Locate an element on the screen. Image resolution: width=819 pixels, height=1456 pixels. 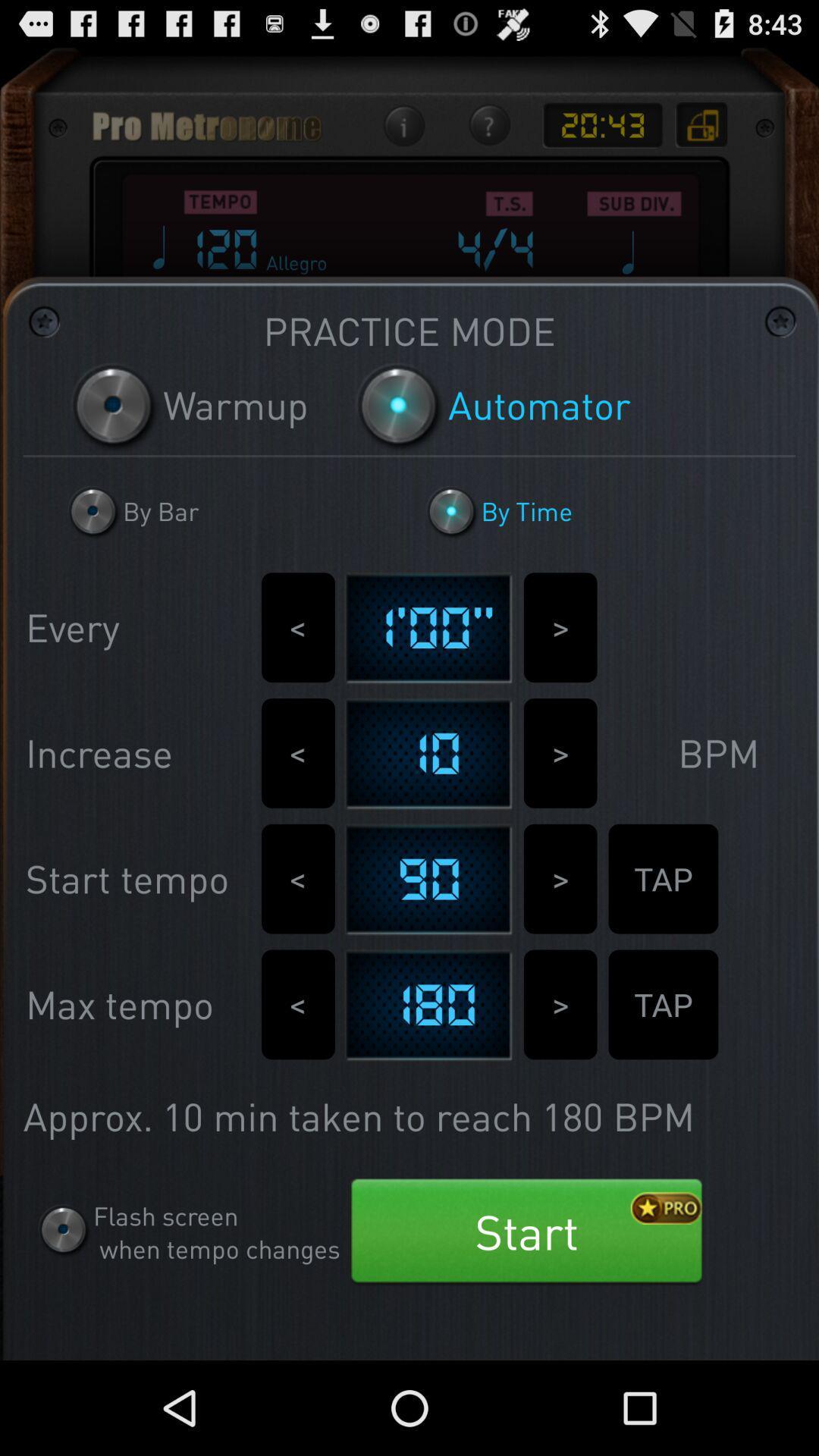
the help icon is located at coordinates (488, 134).